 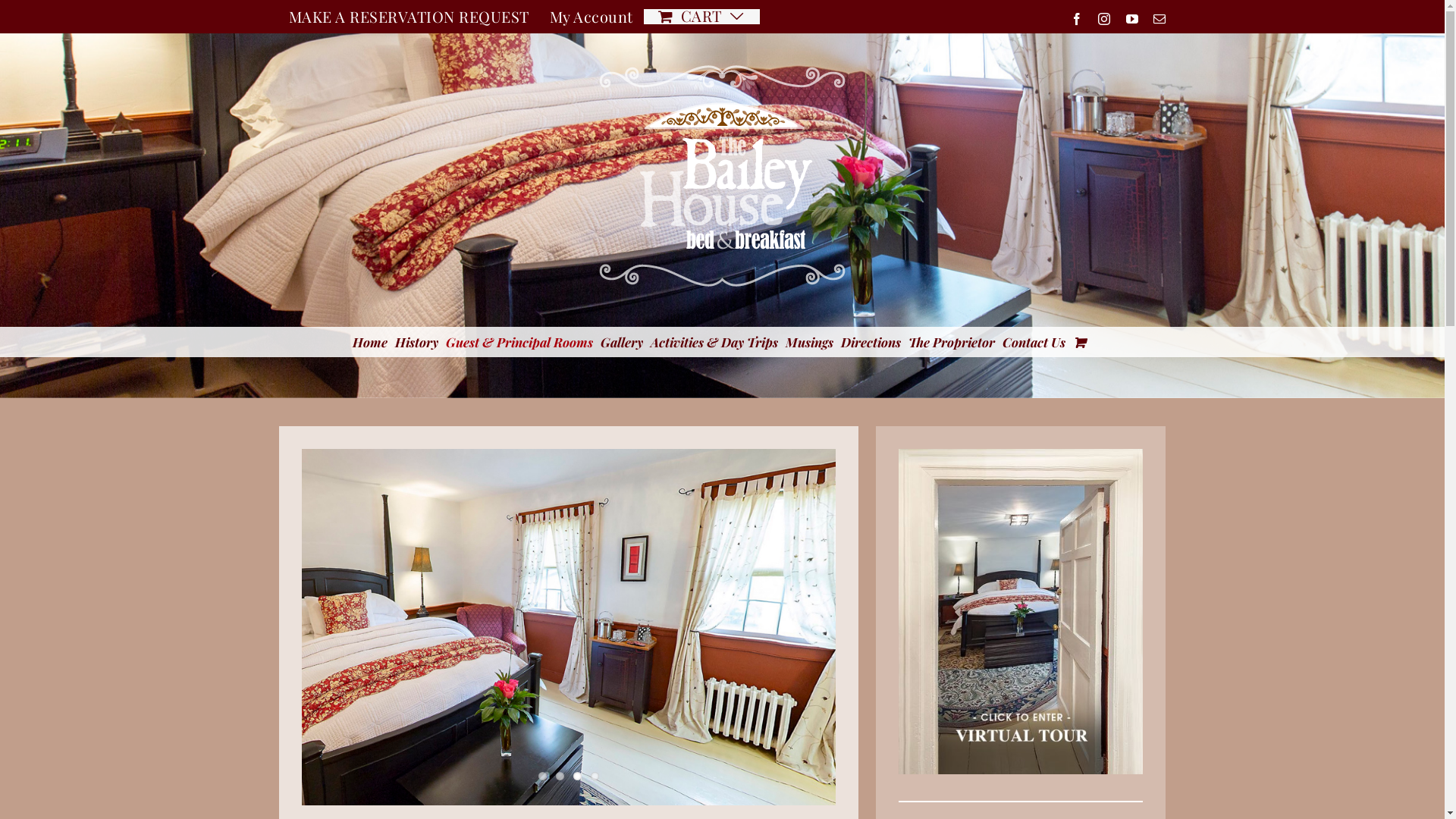 What do you see at coordinates (369, 342) in the screenshot?
I see `'Home'` at bounding box center [369, 342].